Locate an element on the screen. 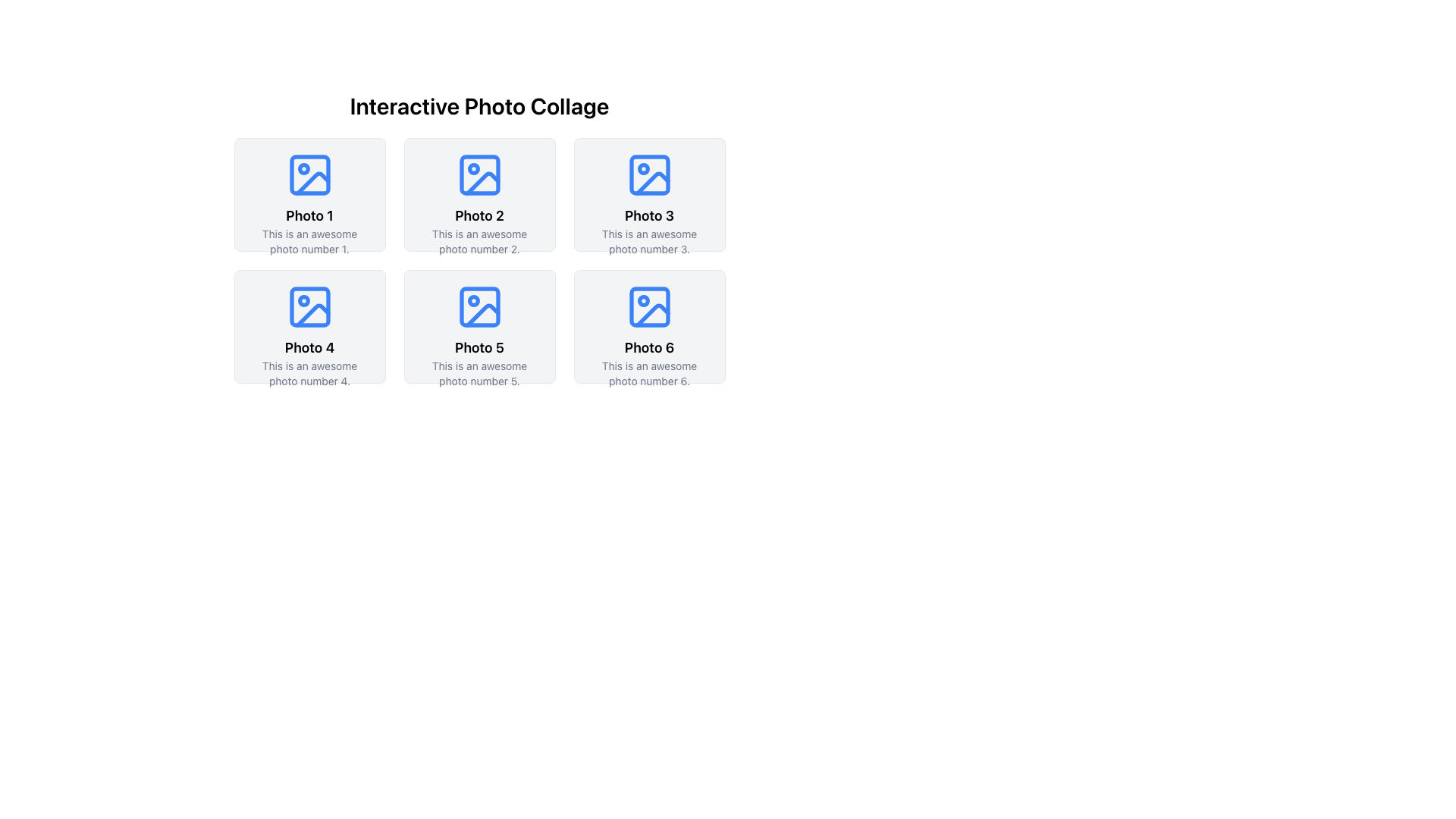 The height and width of the screenshot is (819, 1456). the rectangular frame with rounded corners that represents the sixth image icon in a 2-row, 3-column grid, located below the label 'Photo 6' is located at coordinates (649, 307).